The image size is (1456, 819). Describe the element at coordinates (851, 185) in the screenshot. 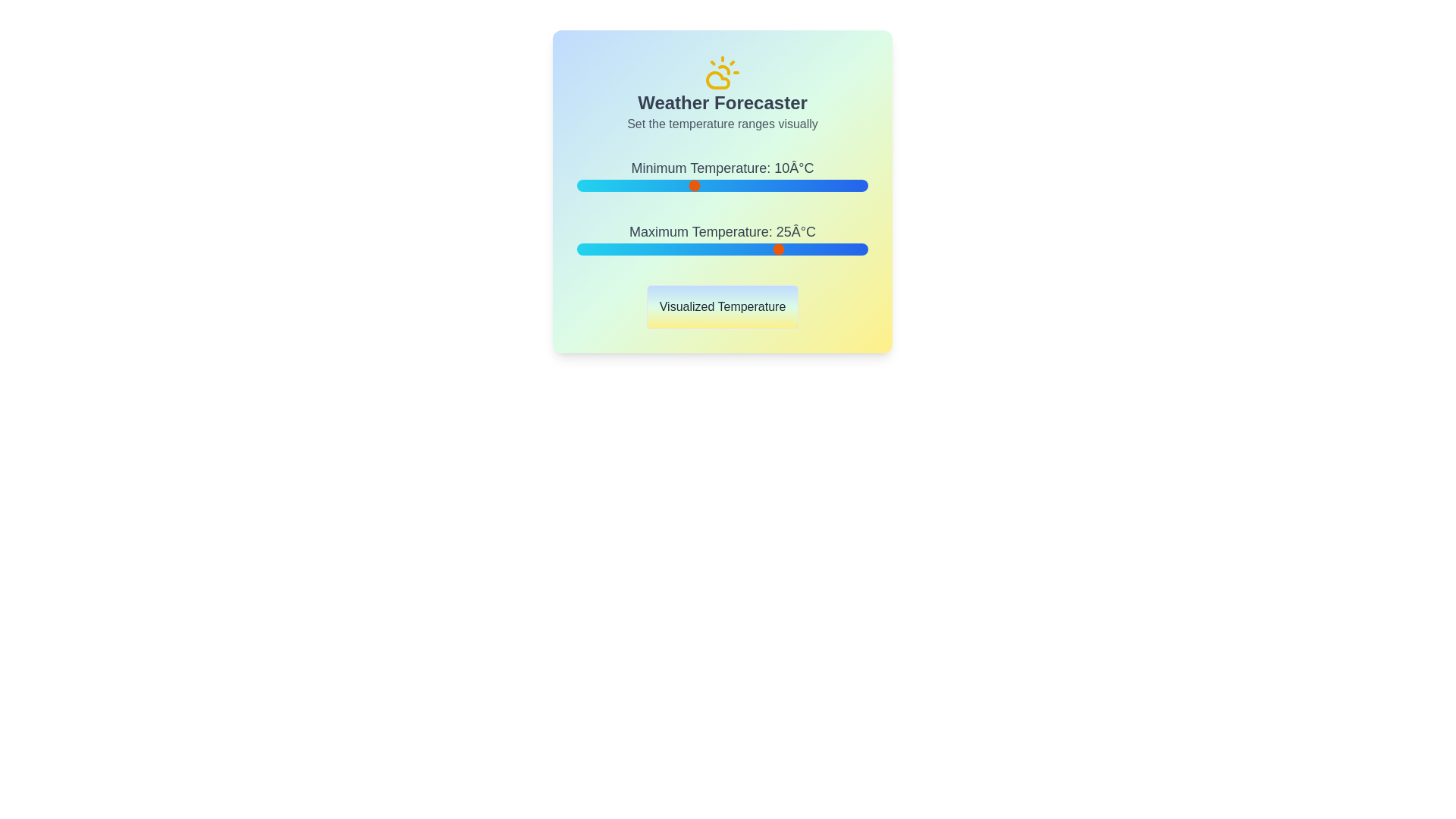

I see `the minimum temperature slider to 37°C` at that location.